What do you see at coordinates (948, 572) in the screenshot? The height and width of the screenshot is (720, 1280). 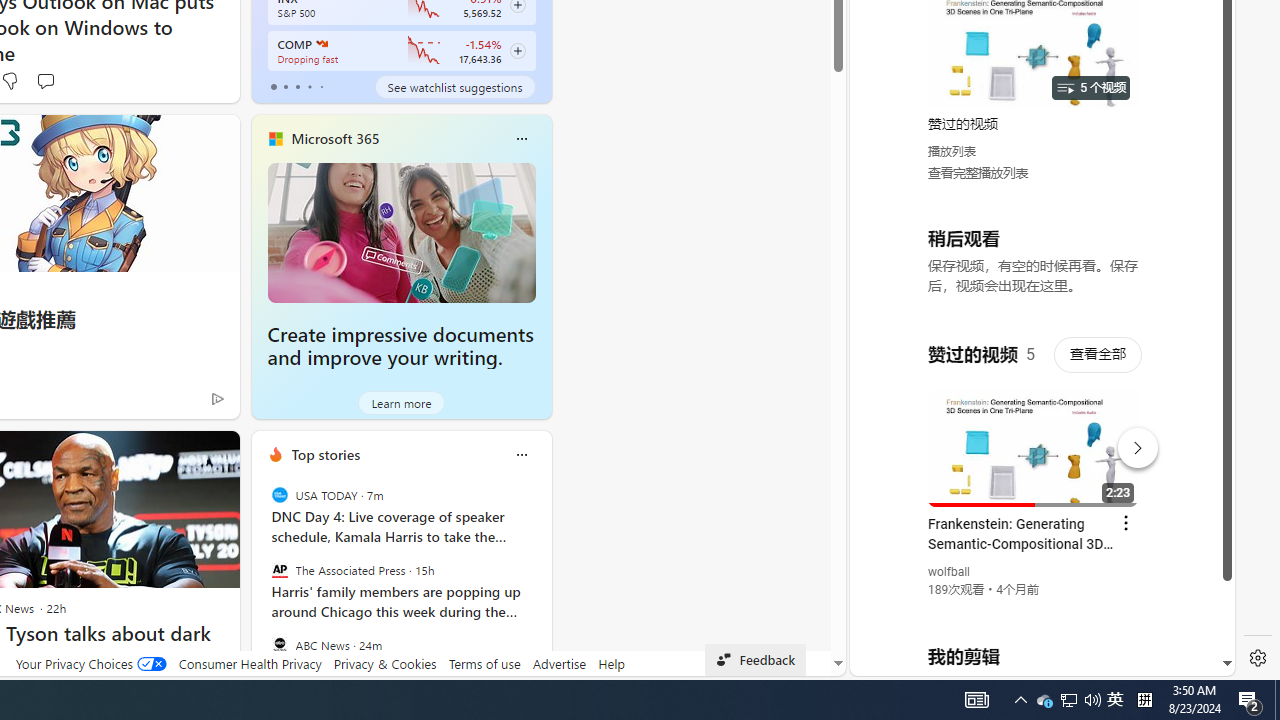 I see `'wolfball'` at bounding box center [948, 572].